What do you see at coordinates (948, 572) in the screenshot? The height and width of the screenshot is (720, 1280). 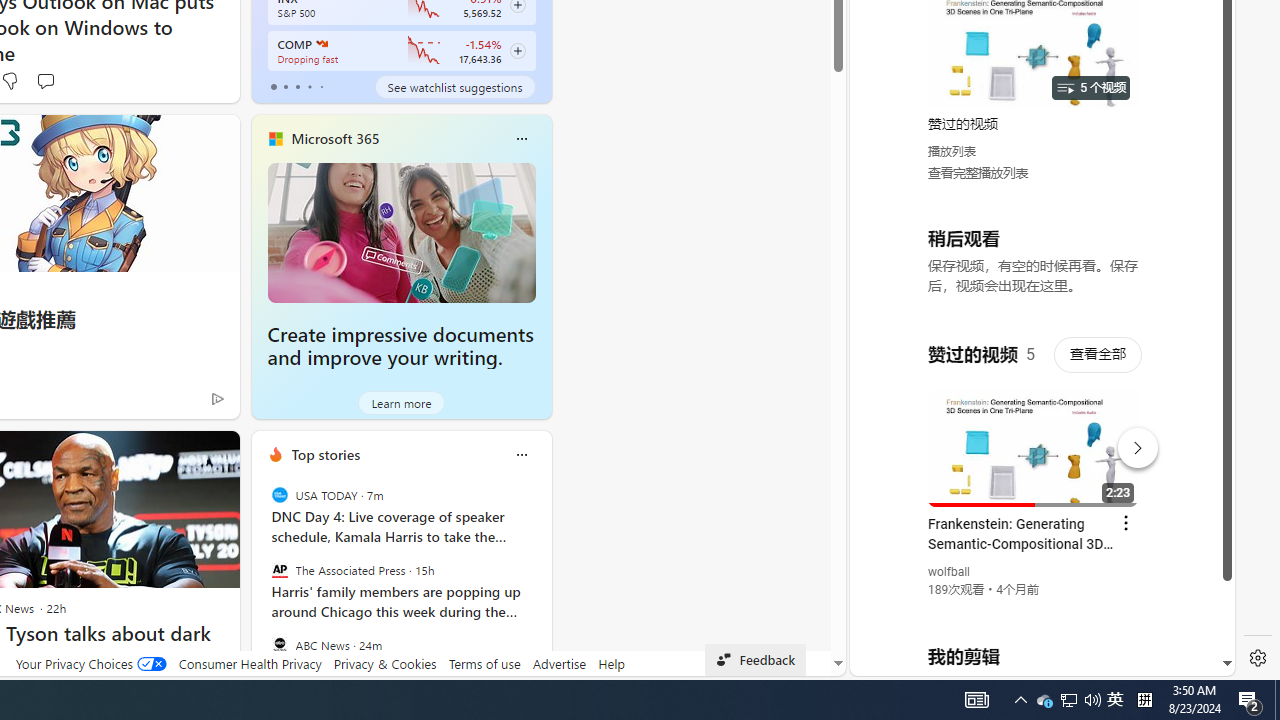 I see `'wolfball'` at bounding box center [948, 572].